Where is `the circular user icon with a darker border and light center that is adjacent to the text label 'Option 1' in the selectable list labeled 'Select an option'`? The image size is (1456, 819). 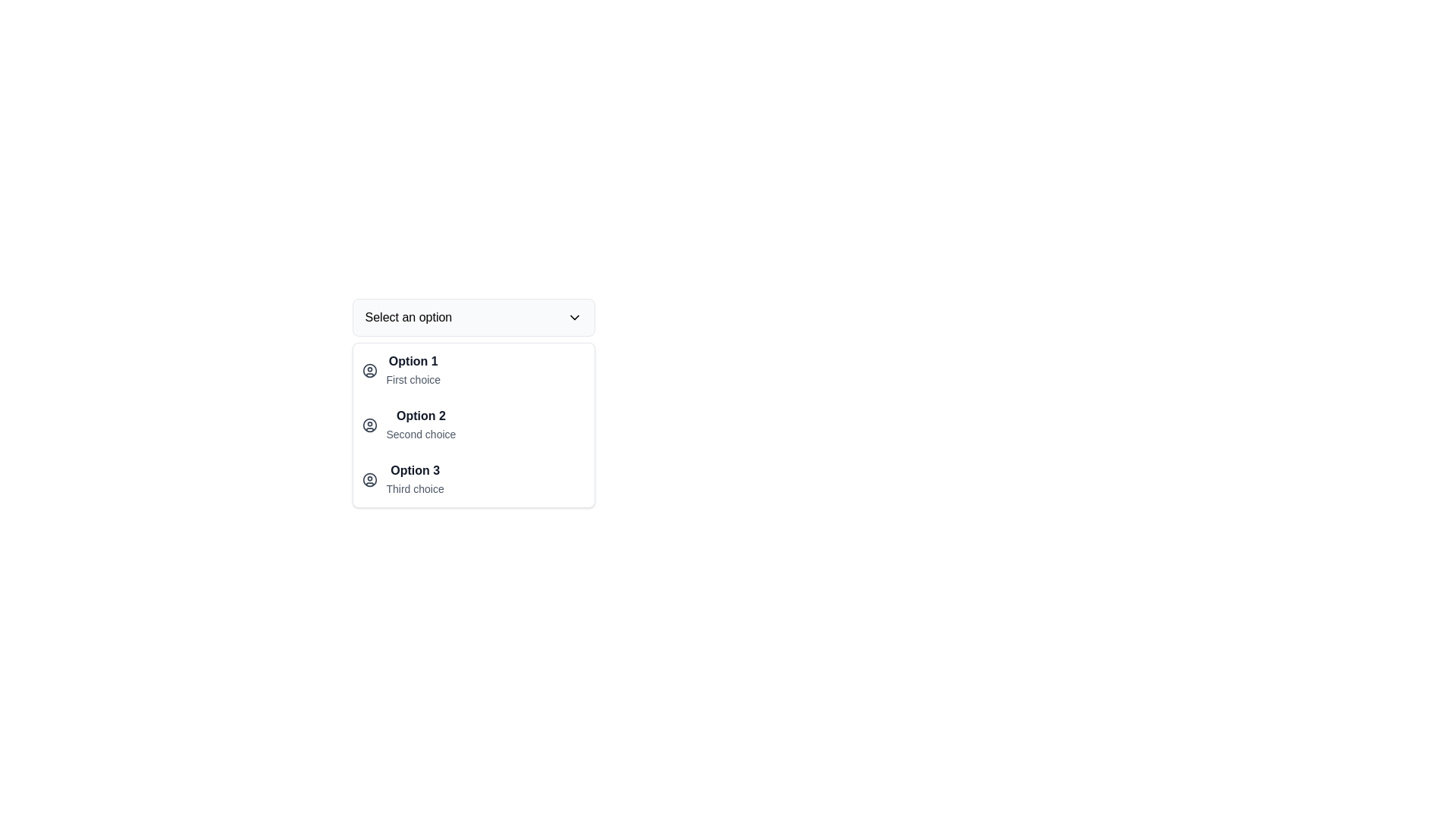
the circular user icon with a darker border and light center that is adjacent to the text label 'Option 1' in the selectable list labeled 'Select an option' is located at coordinates (369, 371).